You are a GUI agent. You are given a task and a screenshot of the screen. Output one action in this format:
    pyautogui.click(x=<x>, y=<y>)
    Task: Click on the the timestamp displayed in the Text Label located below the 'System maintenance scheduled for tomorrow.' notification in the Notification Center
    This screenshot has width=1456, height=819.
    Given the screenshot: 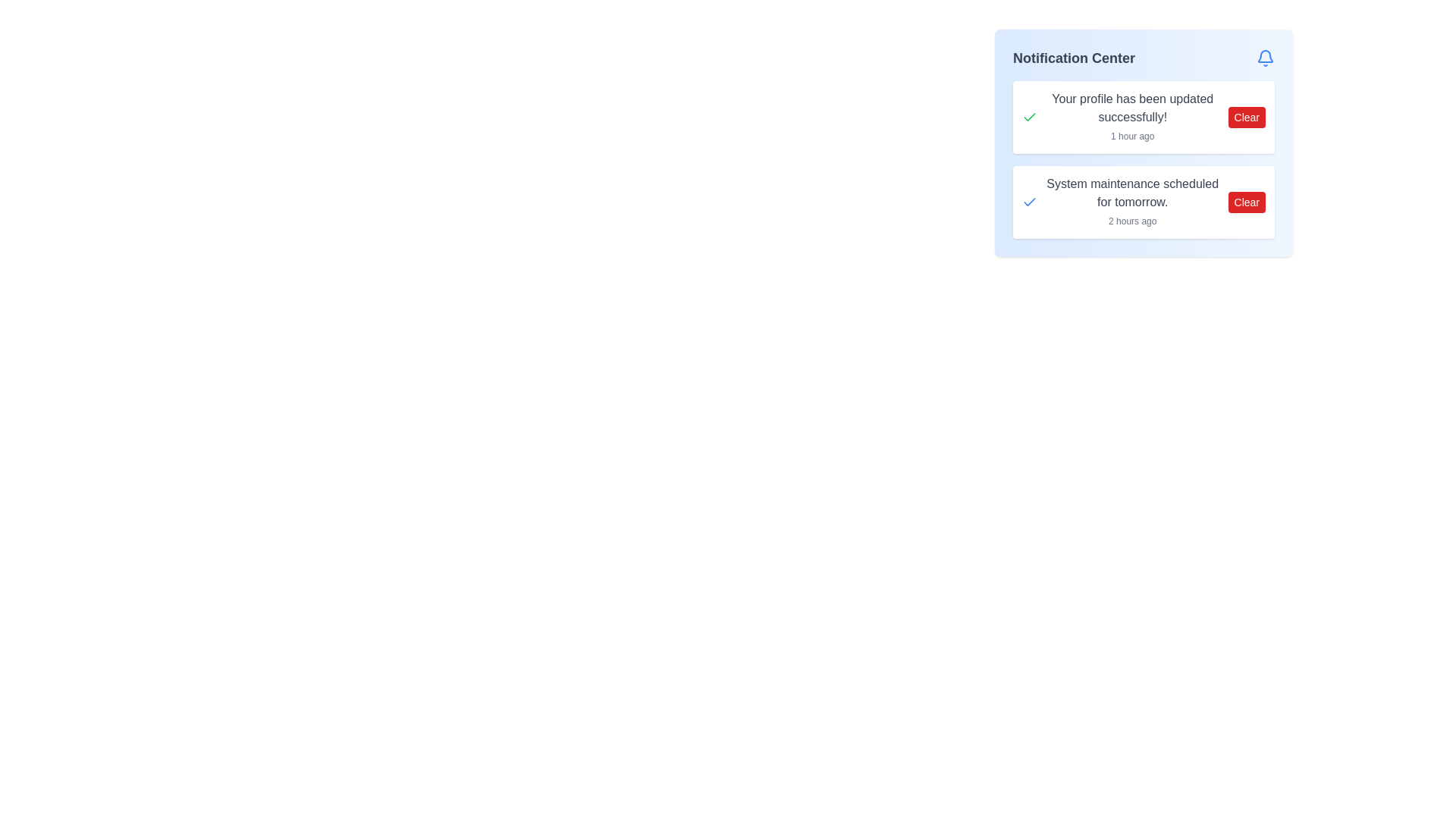 What is the action you would take?
    pyautogui.click(x=1132, y=221)
    